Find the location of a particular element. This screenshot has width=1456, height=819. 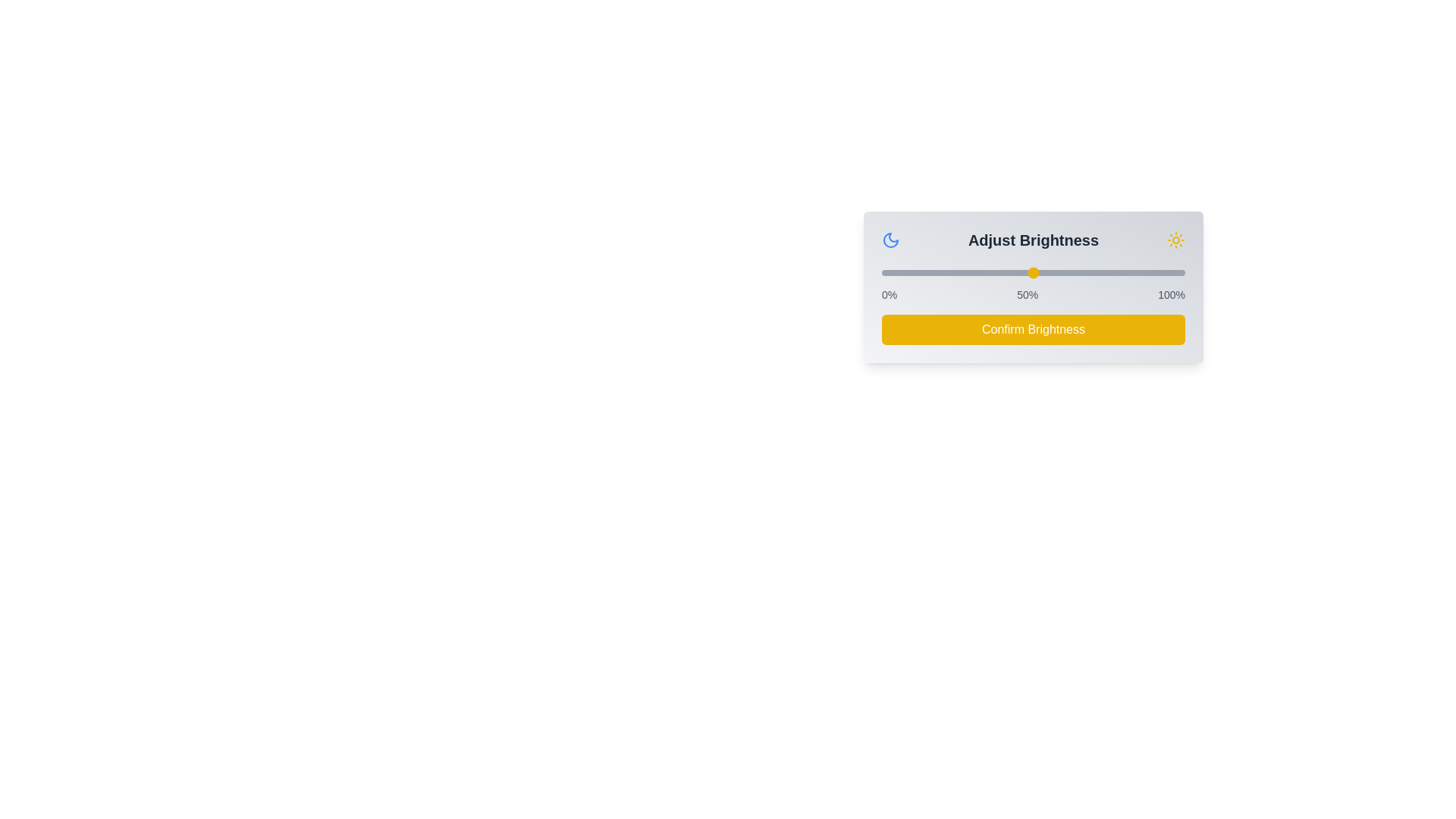

the moon icon to toggle night mode is located at coordinates (891, 239).